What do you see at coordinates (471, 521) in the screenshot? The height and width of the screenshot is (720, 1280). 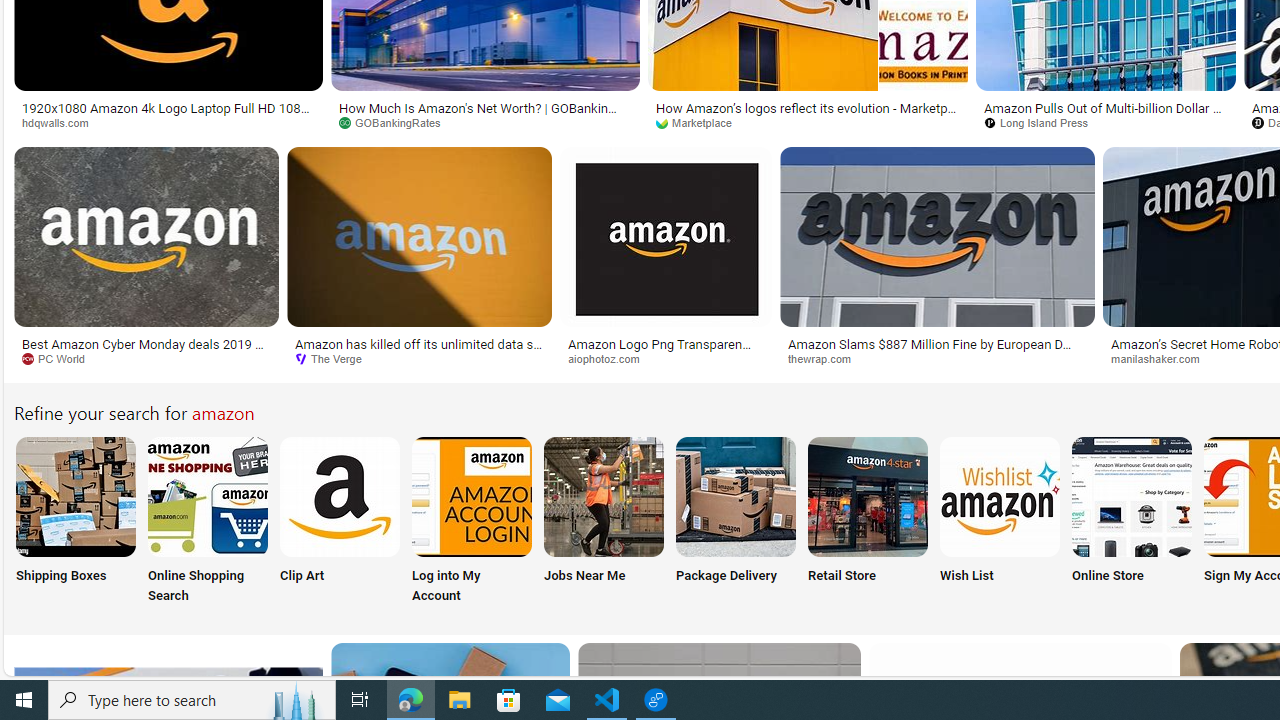 I see `'Log into My Account'` at bounding box center [471, 521].